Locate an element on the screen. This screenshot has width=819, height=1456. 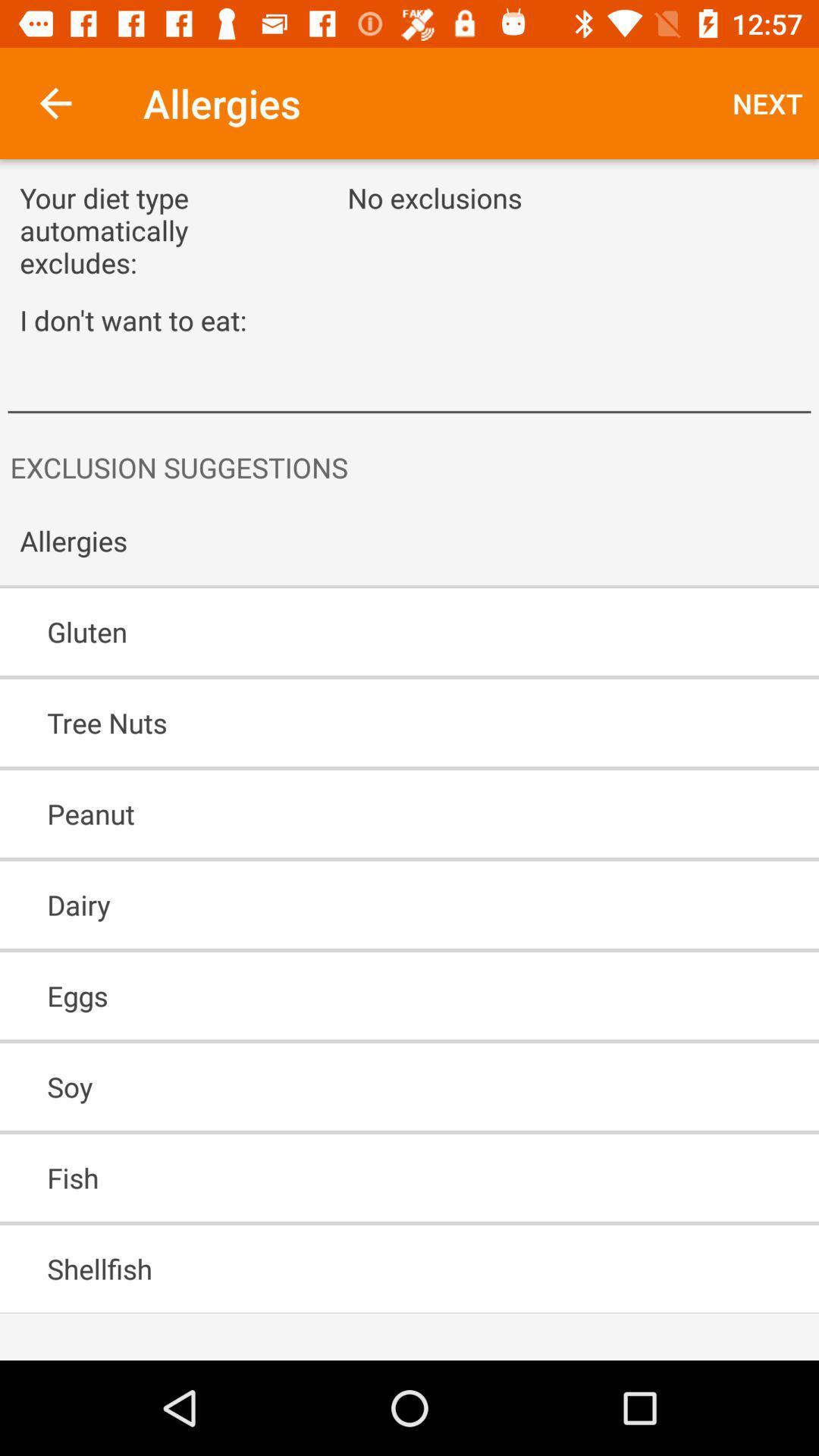
gluten icon is located at coordinates (366, 632).